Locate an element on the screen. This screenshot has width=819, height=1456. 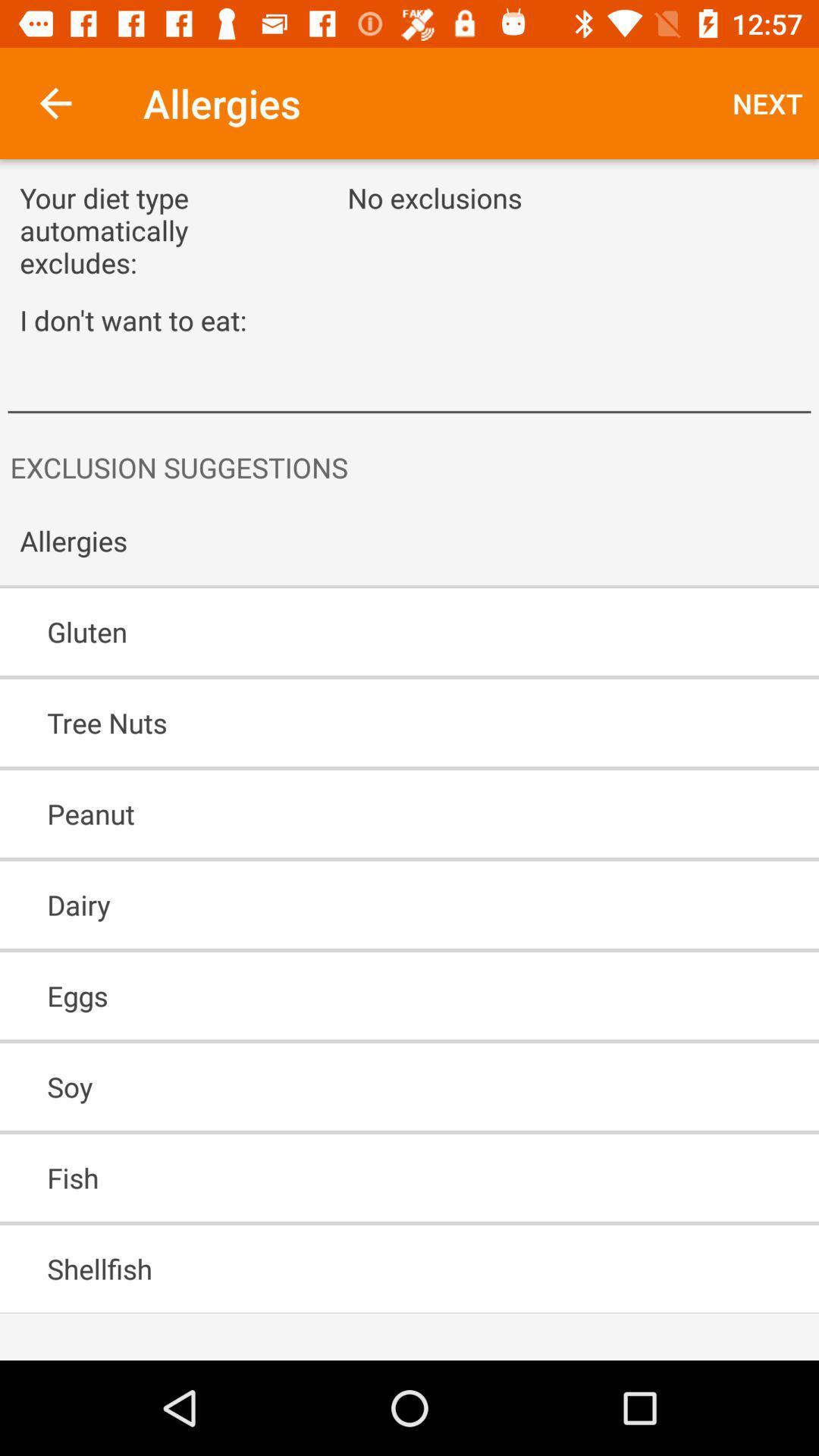
gluten icon is located at coordinates (366, 632).